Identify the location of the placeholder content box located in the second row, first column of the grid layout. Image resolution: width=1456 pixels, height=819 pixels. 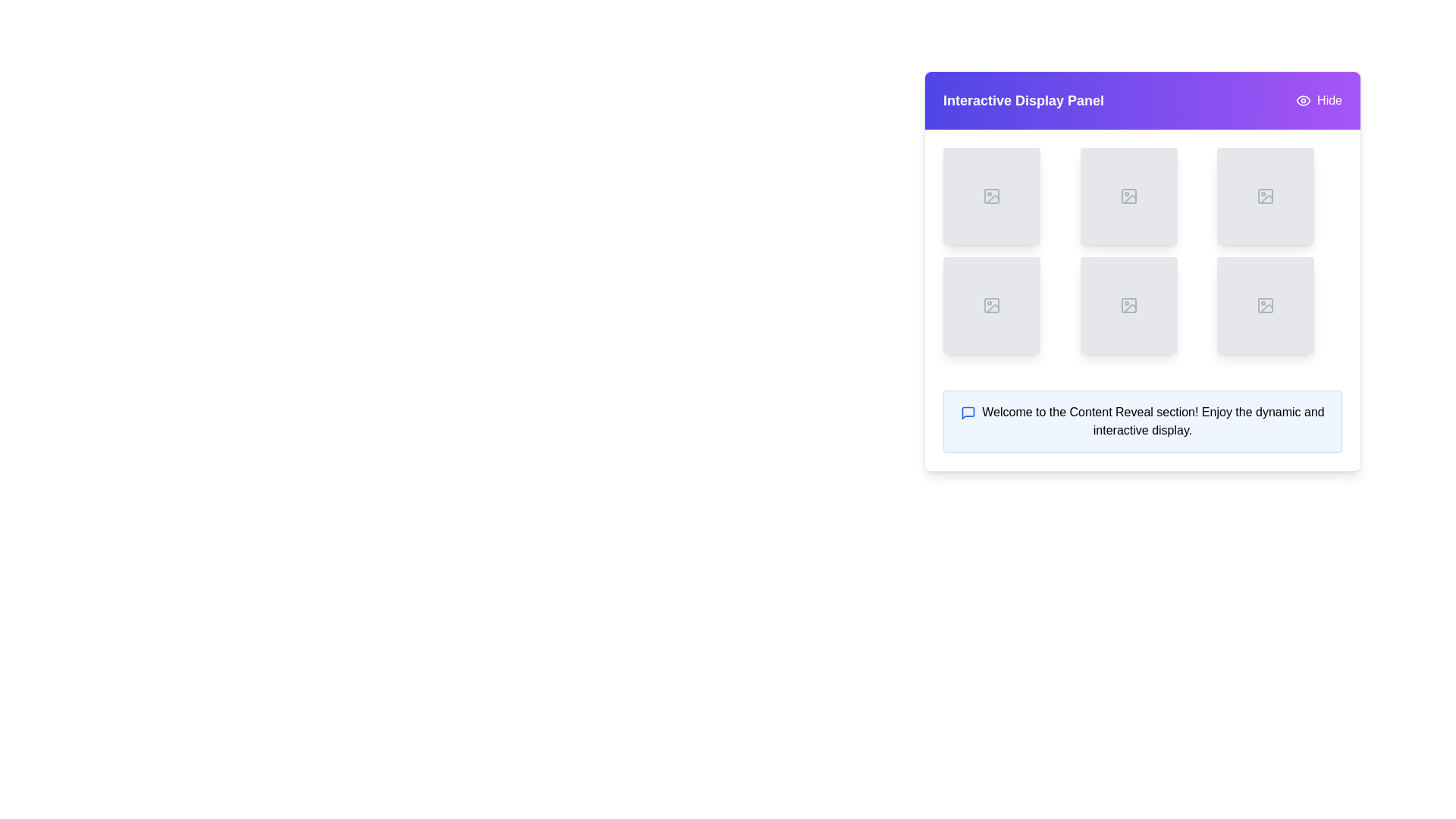
(992, 305).